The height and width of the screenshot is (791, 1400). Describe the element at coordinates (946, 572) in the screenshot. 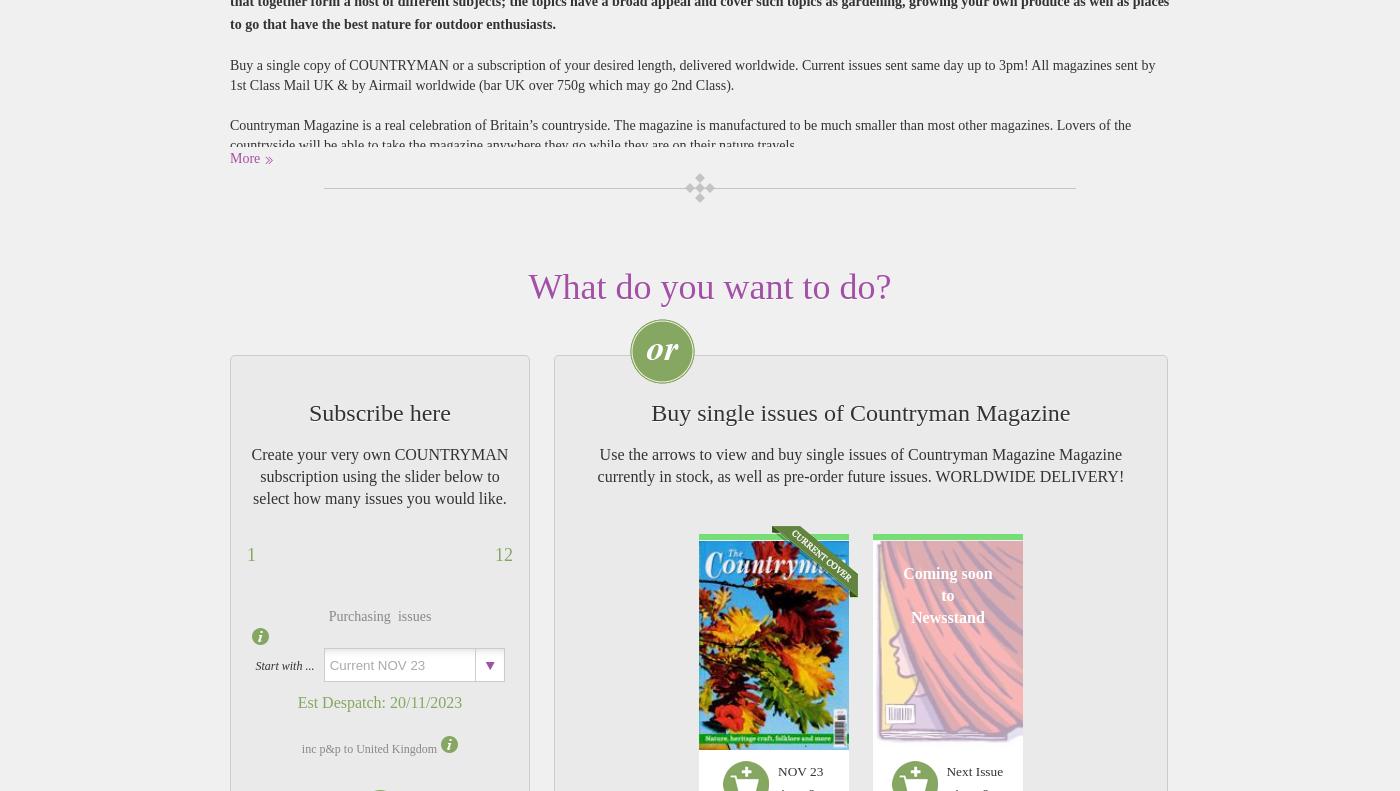

I see `'Coming soon'` at that location.